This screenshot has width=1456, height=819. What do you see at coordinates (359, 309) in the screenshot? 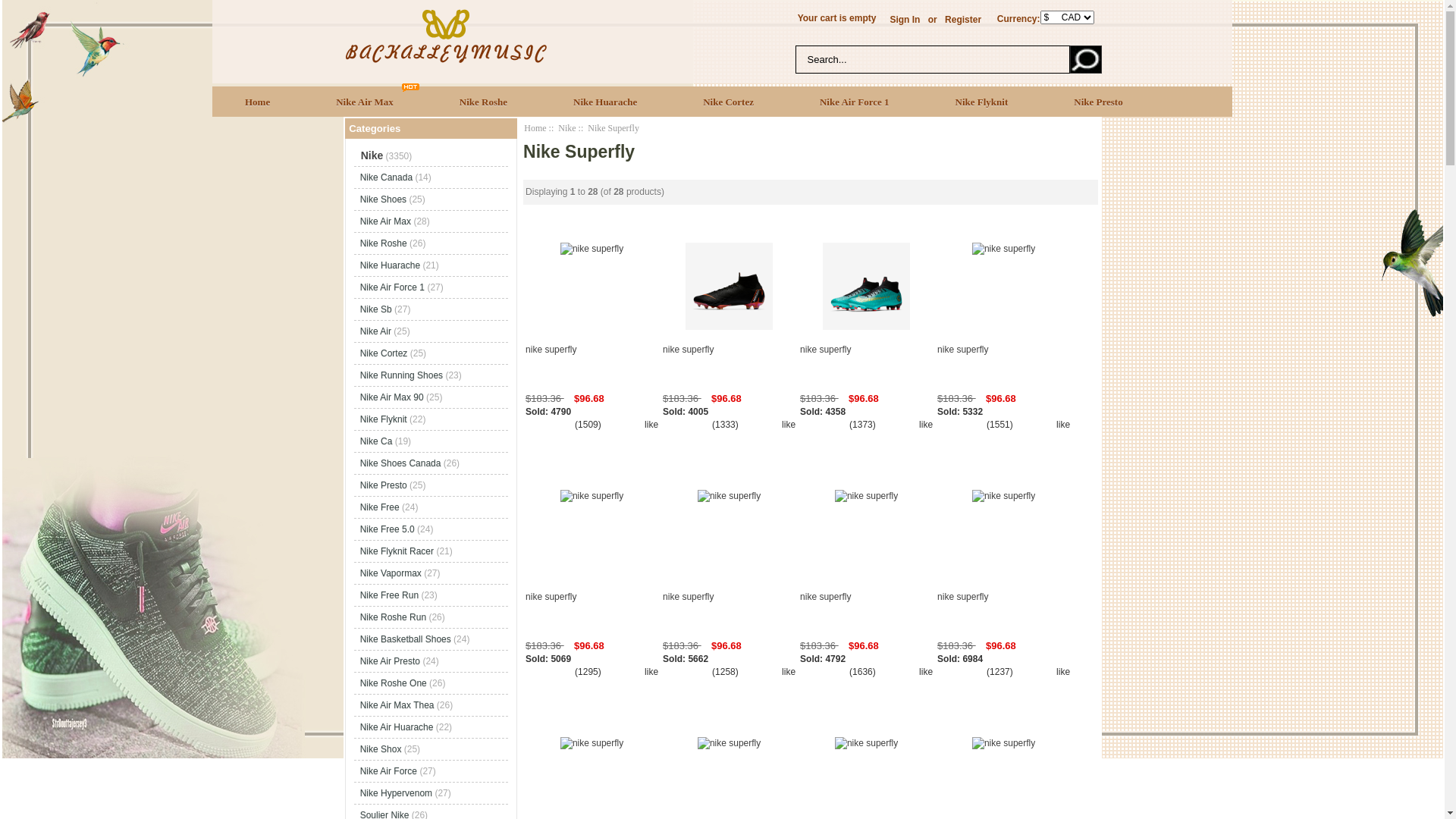
I see `'Nike Sb'` at bounding box center [359, 309].